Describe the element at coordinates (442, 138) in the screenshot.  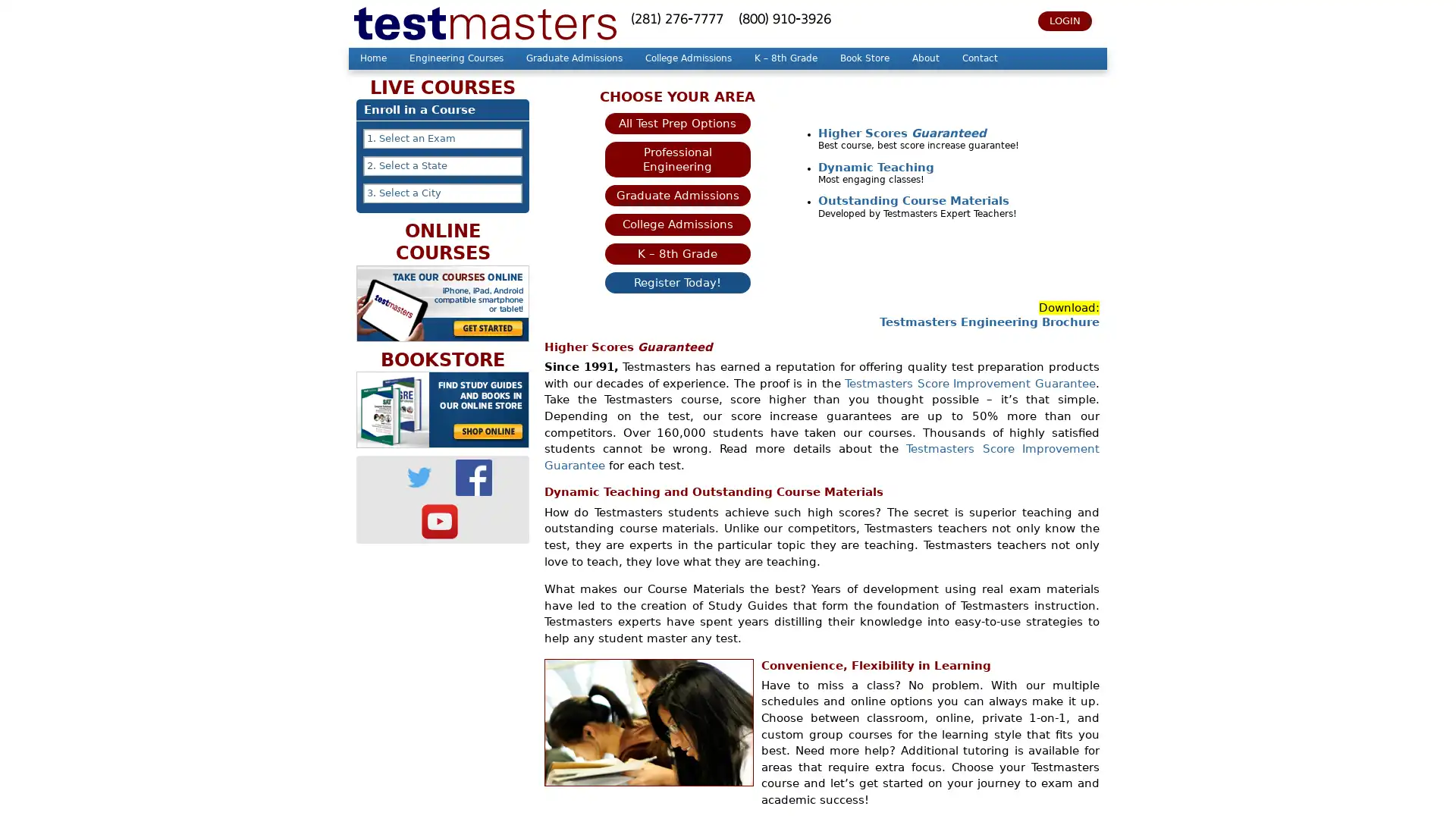
I see `1. Select an Exam` at that location.